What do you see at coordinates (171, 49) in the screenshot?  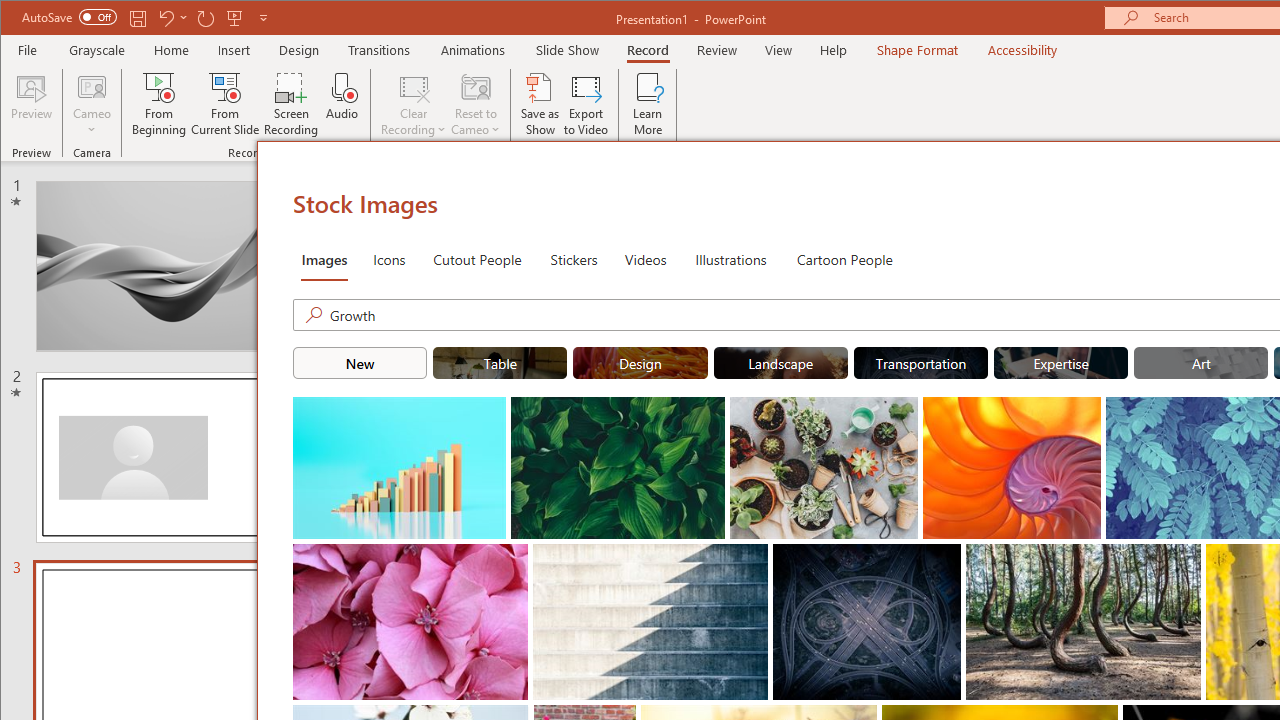 I see `'Home'` at bounding box center [171, 49].